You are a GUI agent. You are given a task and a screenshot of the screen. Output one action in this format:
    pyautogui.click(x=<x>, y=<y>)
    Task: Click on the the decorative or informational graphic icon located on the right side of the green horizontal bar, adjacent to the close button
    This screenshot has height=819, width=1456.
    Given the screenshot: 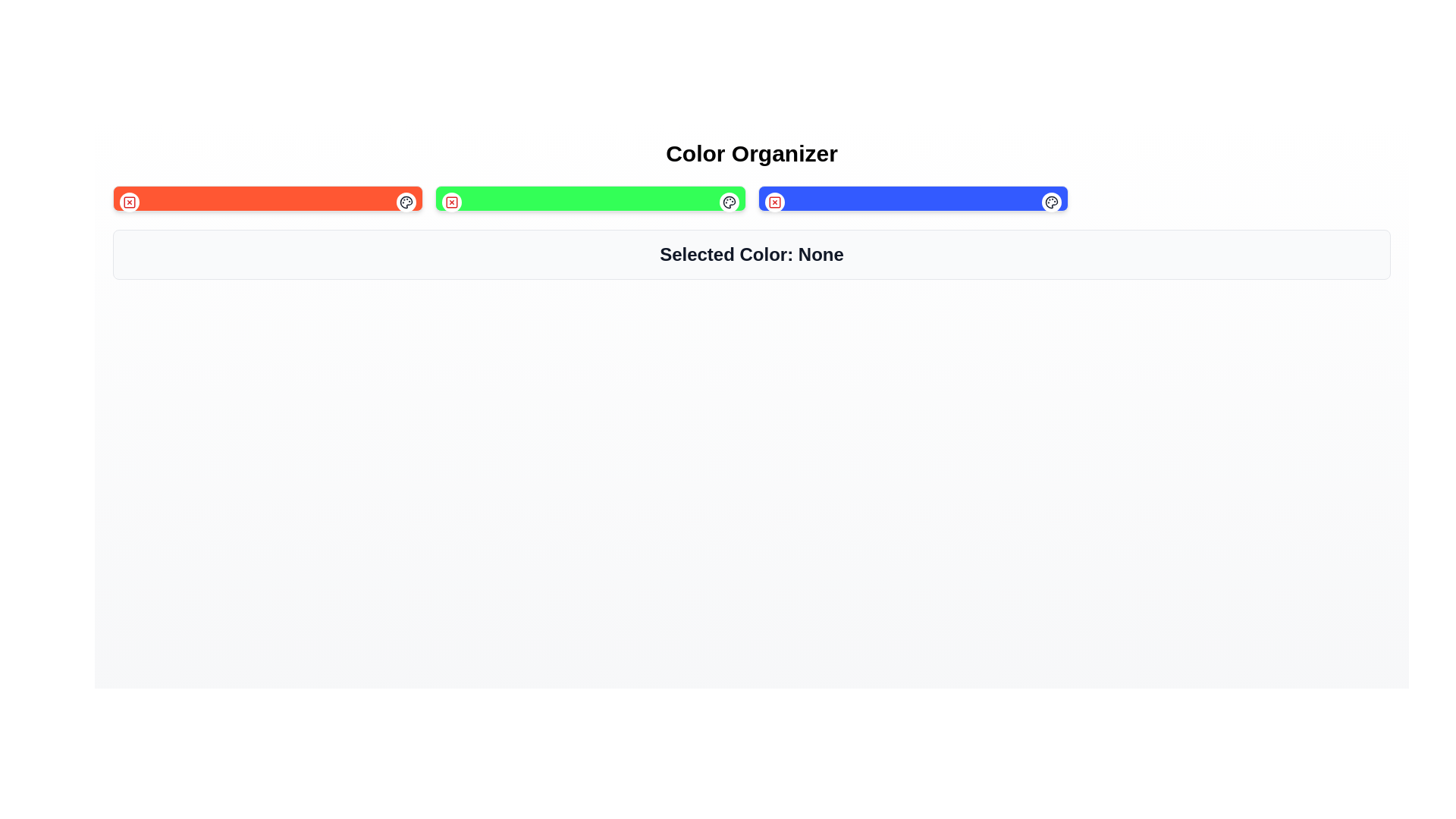 What is the action you would take?
    pyautogui.click(x=729, y=201)
    